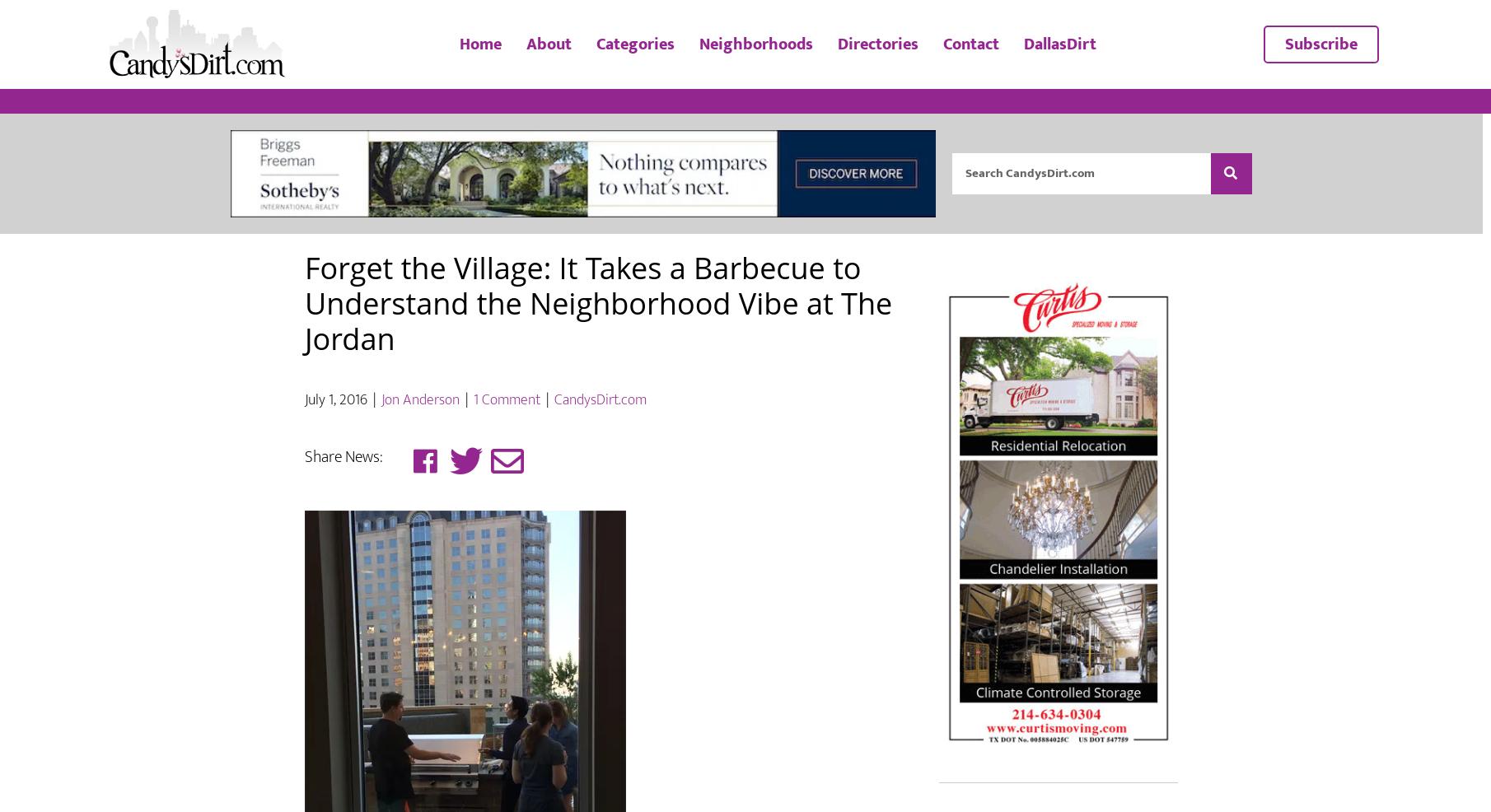 The height and width of the screenshot is (812, 1491). Describe the element at coordinates (304, 350) in the screenshot. I see `'Forget the Village: It Takes a Barbecue to Understand the Neighborhood Vibe at The Jordan'` at that location.